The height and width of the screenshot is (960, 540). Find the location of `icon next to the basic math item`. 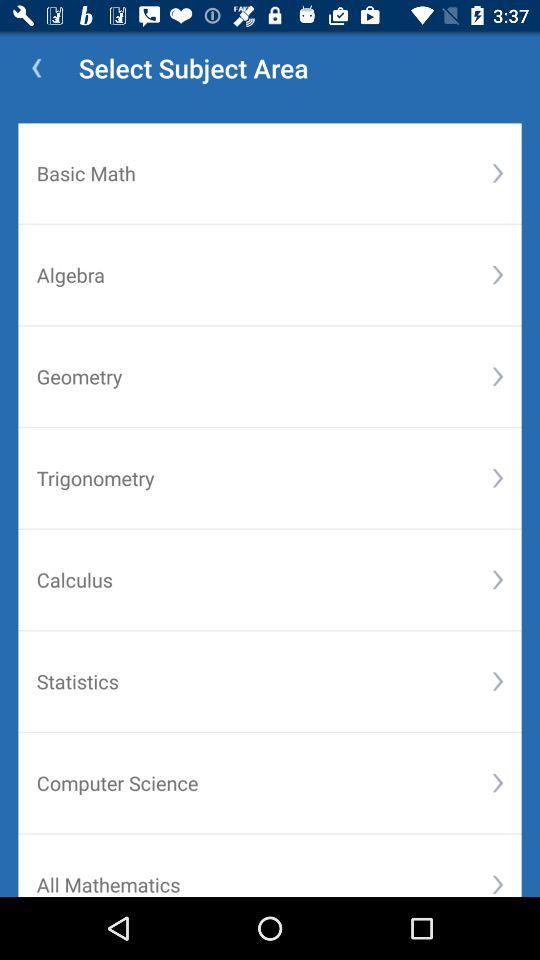

icon next to the basic math item is located at coordinates (496, 172).